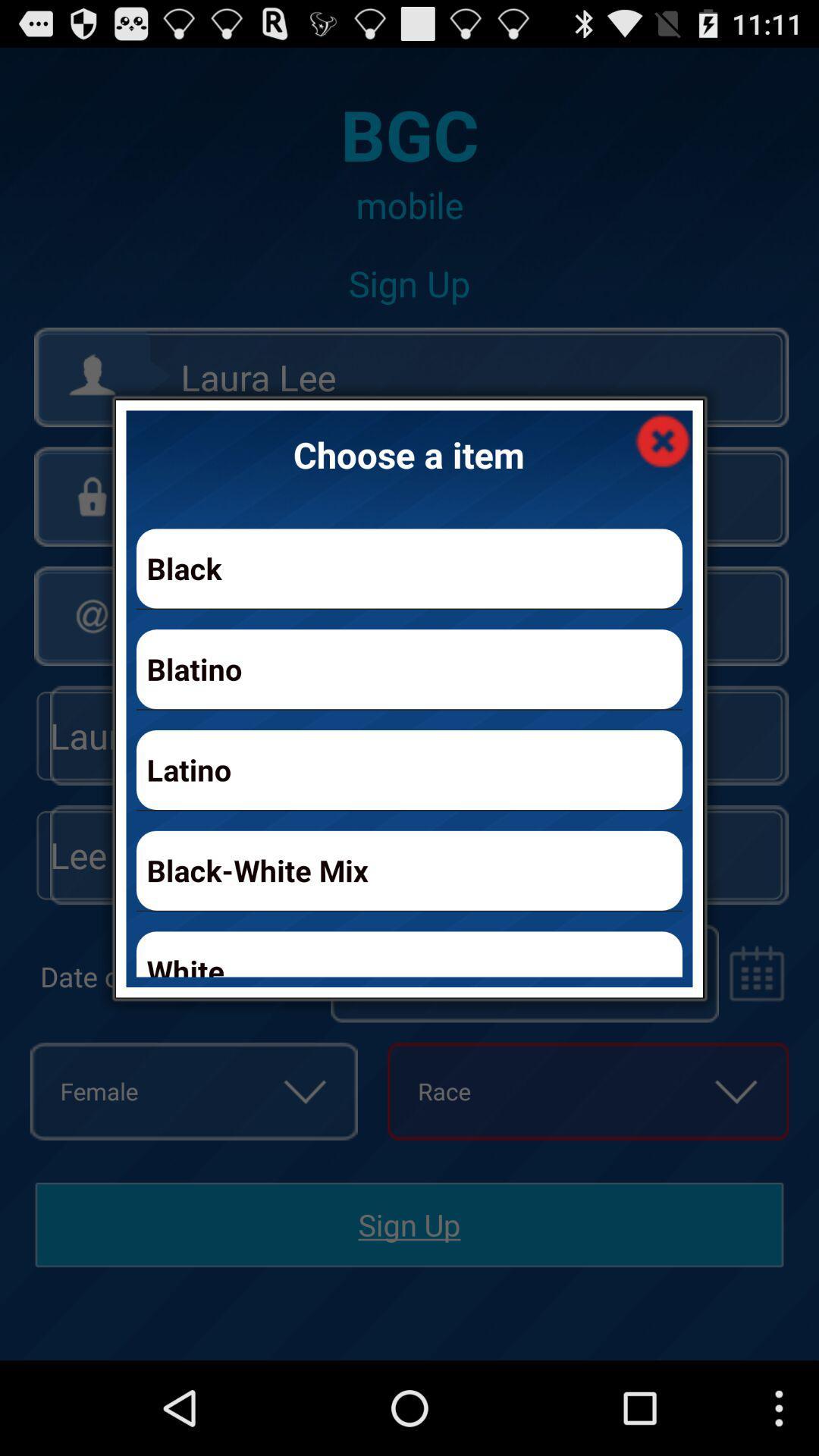  I want to click on icon to the right of the choose a item, so click(662, 439).